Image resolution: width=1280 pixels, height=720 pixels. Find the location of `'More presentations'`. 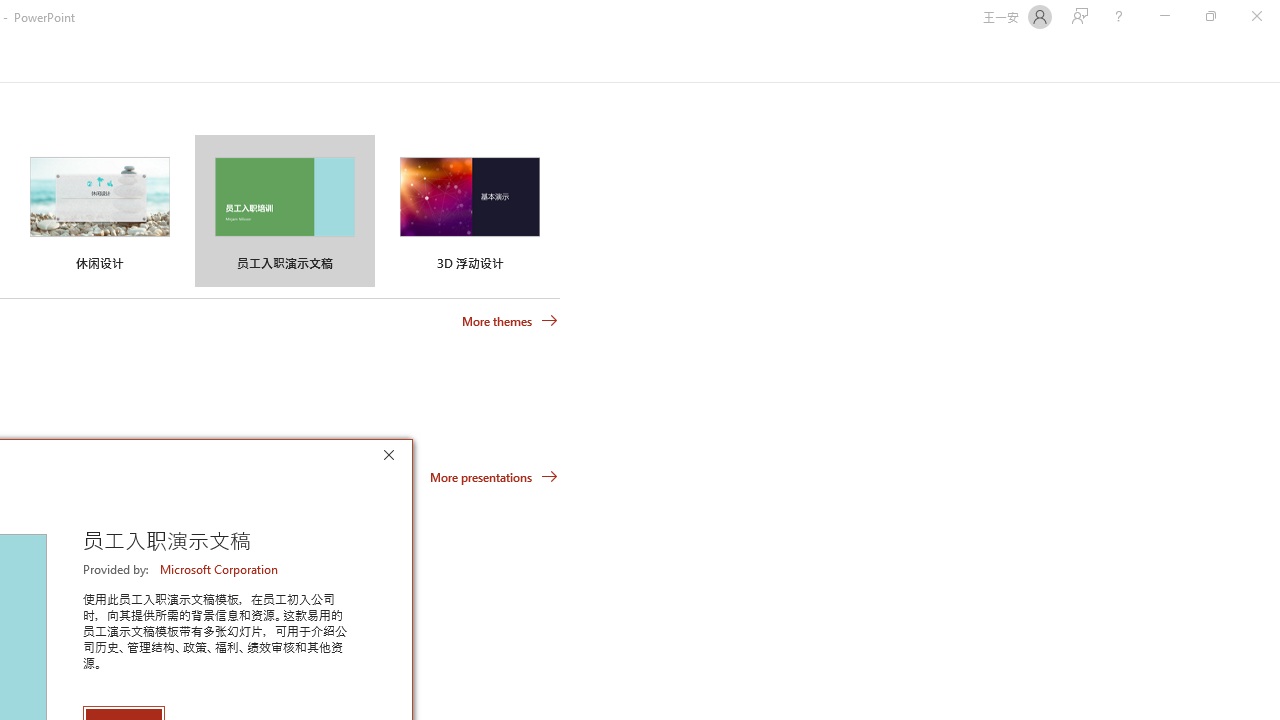

'More presentations' is located at coordinates (494, 477).